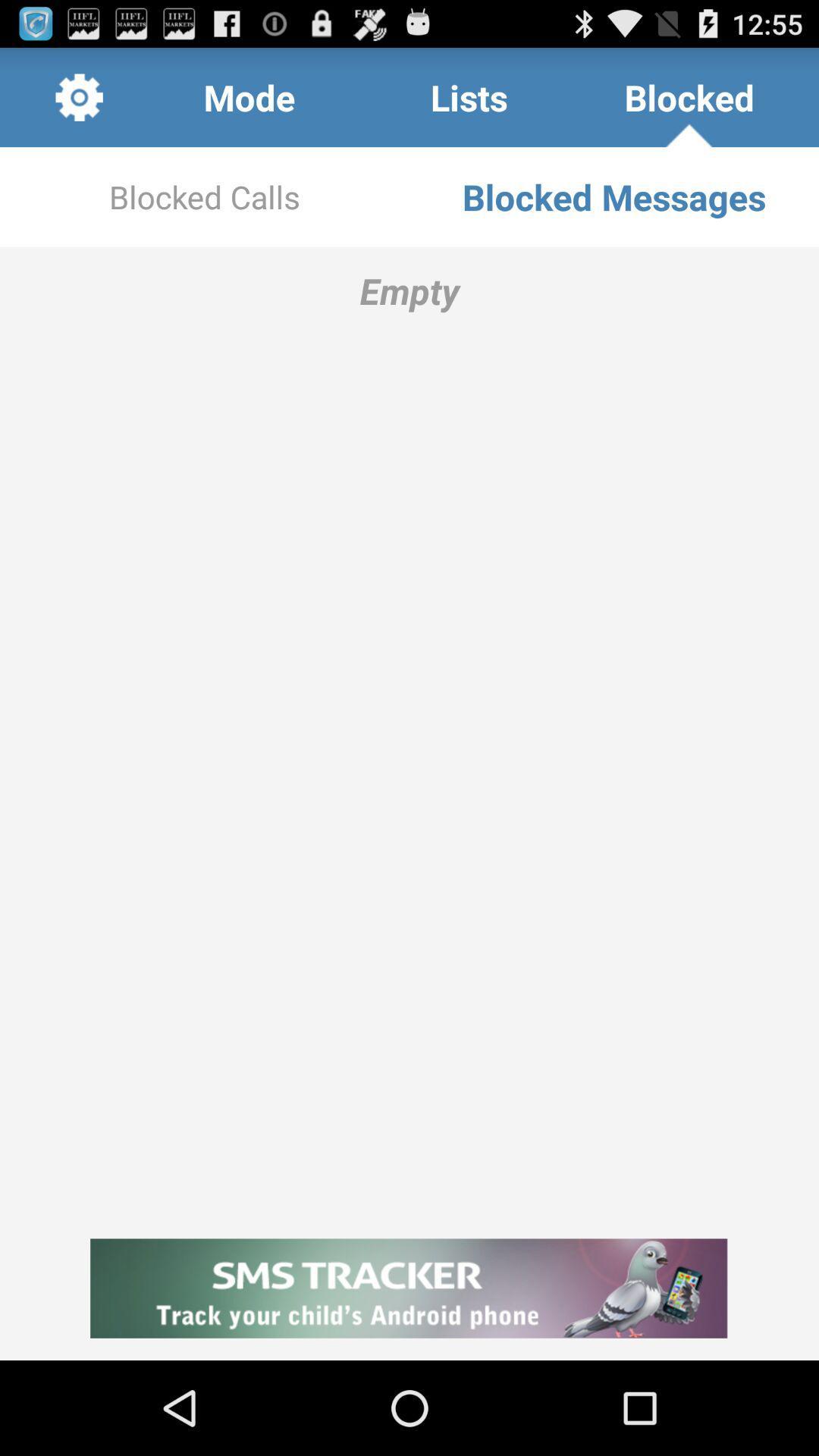 The height and width of the screenshot is (1456, 819). What do you see at coordinates (79, 103) in the screenshot?
I see `the settings icon` at bounding box center [79, 103].